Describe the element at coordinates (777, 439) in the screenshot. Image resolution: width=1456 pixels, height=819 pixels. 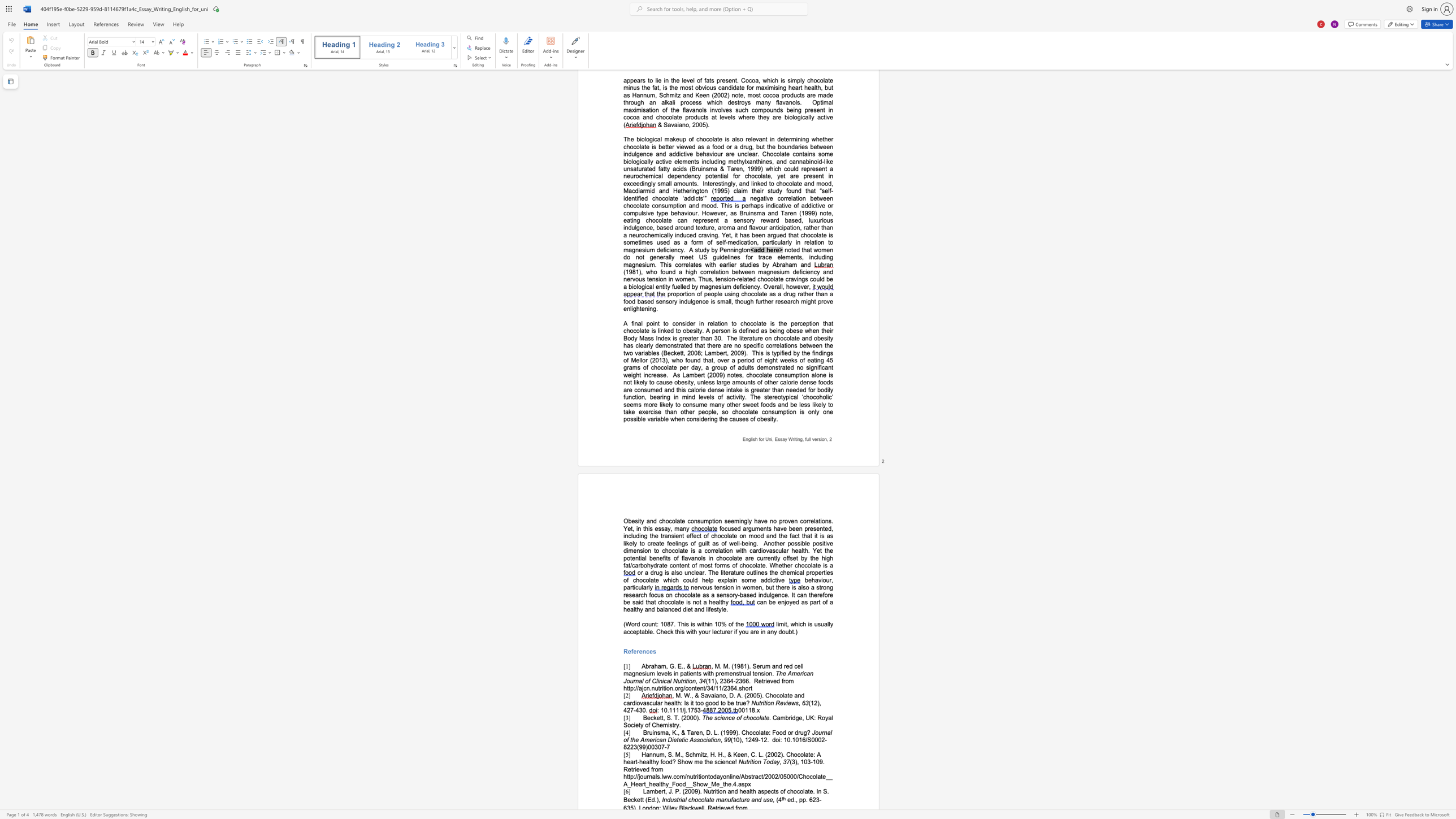
I see `the subset text "ssay Writing, full versi" within the text "English for Uni, Essay Writing, full version,"` at that location.